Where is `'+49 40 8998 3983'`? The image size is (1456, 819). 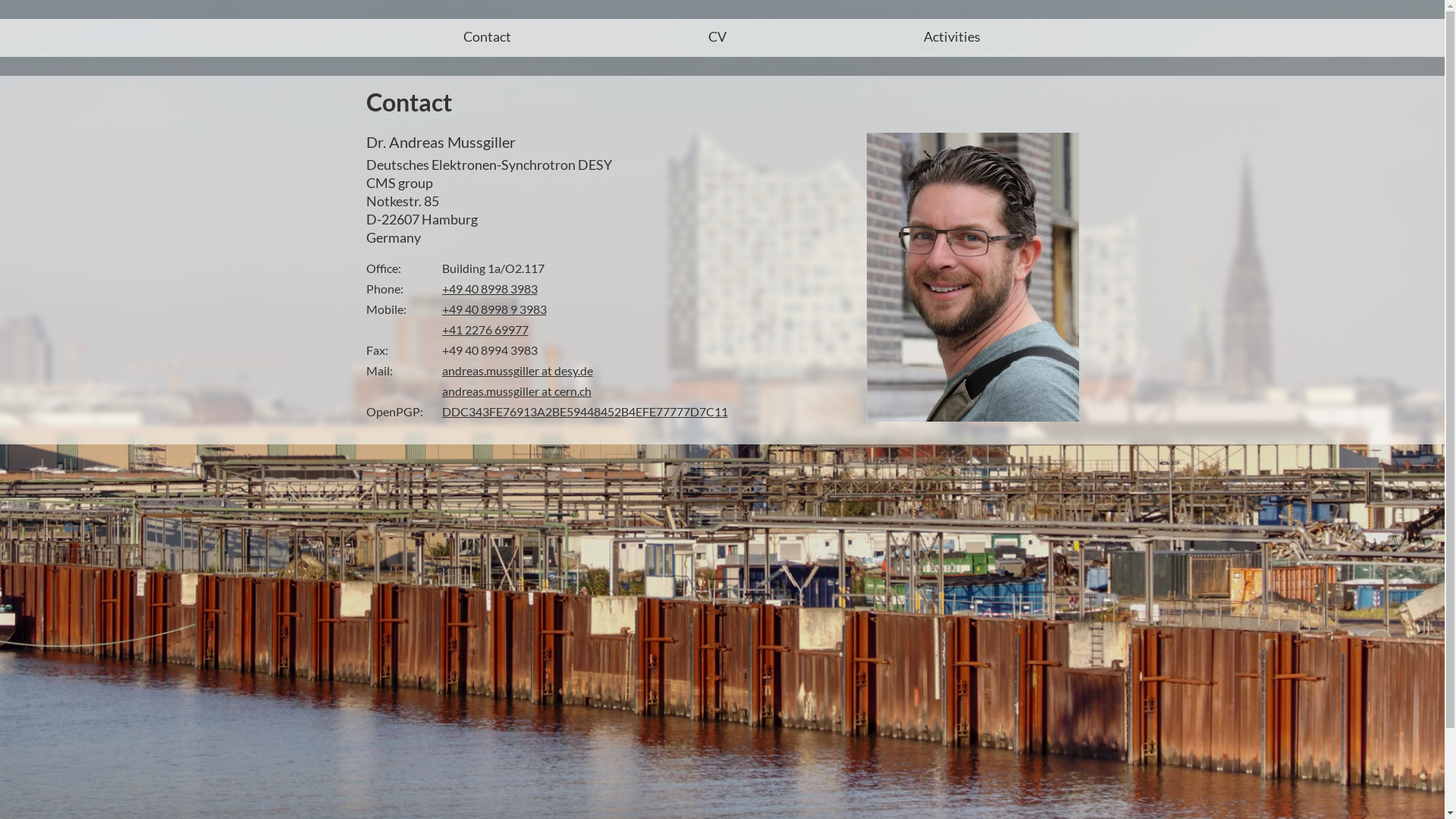
'+49 40 8998 3983' is located at coordinates (488, 288).